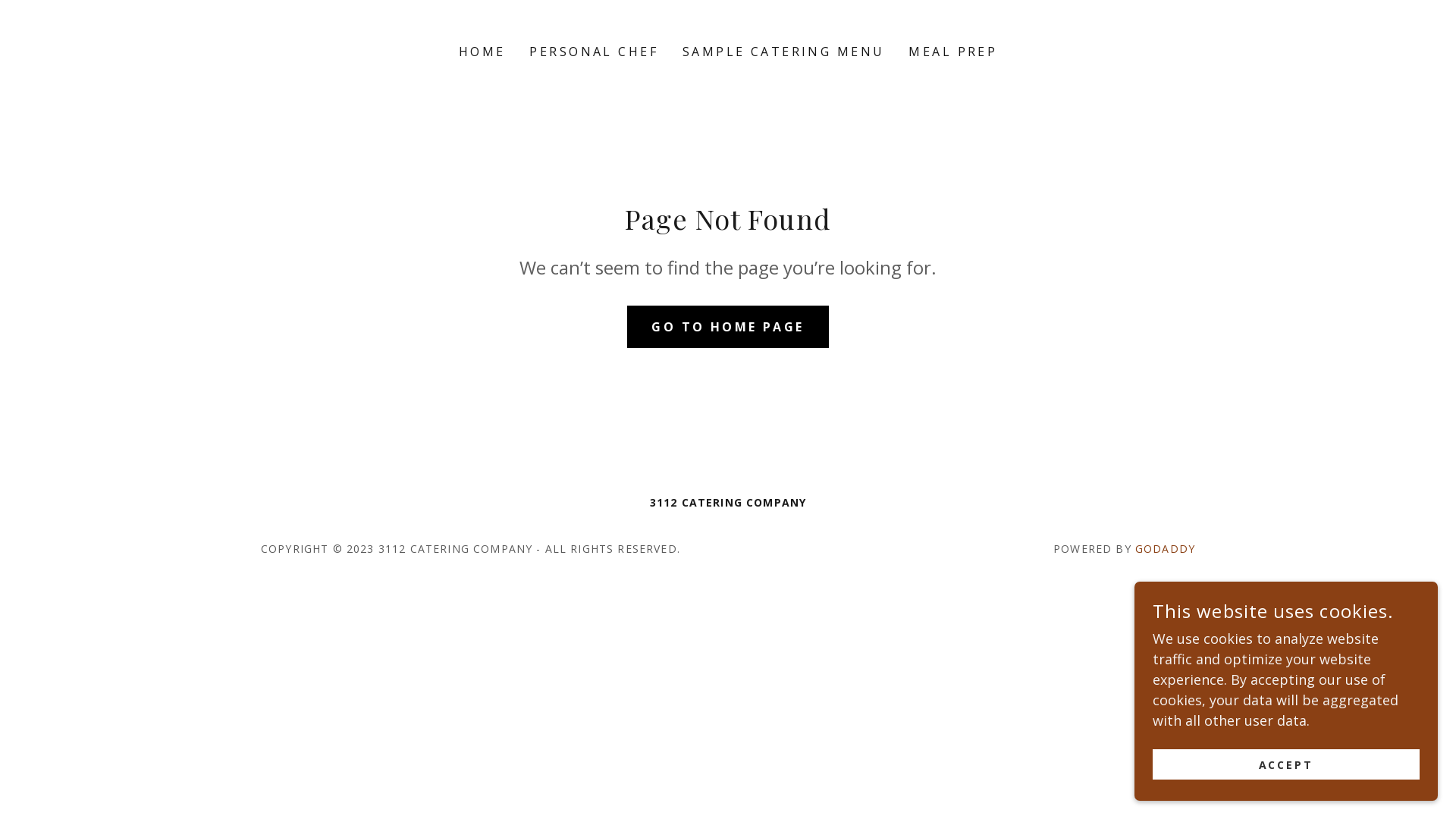 This screenshot has height=819, width=1456. I want to click on 'GODADDY', so click(1164, 548).